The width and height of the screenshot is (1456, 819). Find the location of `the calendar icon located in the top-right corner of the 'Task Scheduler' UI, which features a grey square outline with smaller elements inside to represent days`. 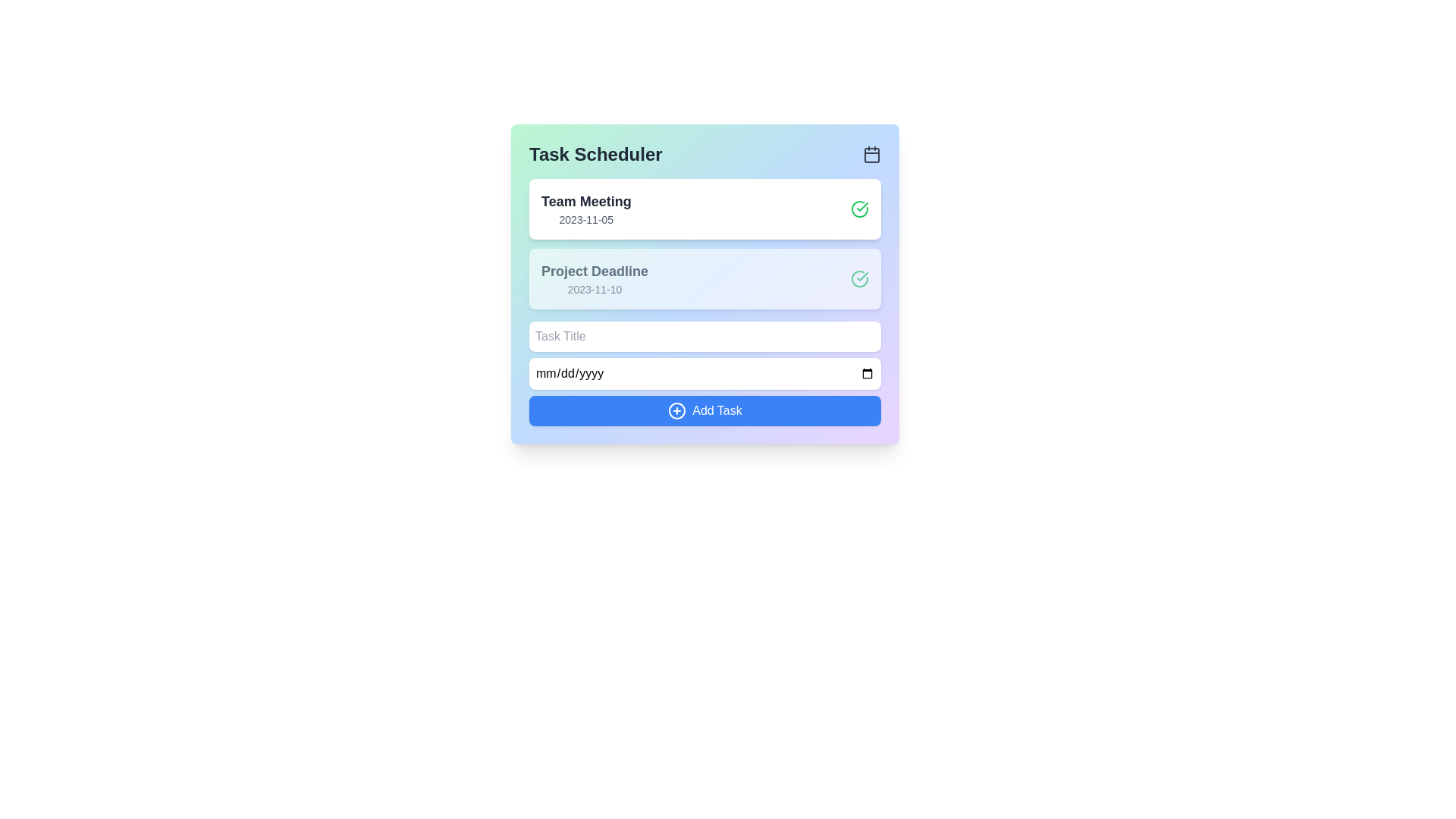

the calendar icon located in the top-right corner of the 'Task Scheduler' UI, which features a grey square outline with smaller elements inside to represent days is located at coordinates (872, 155).